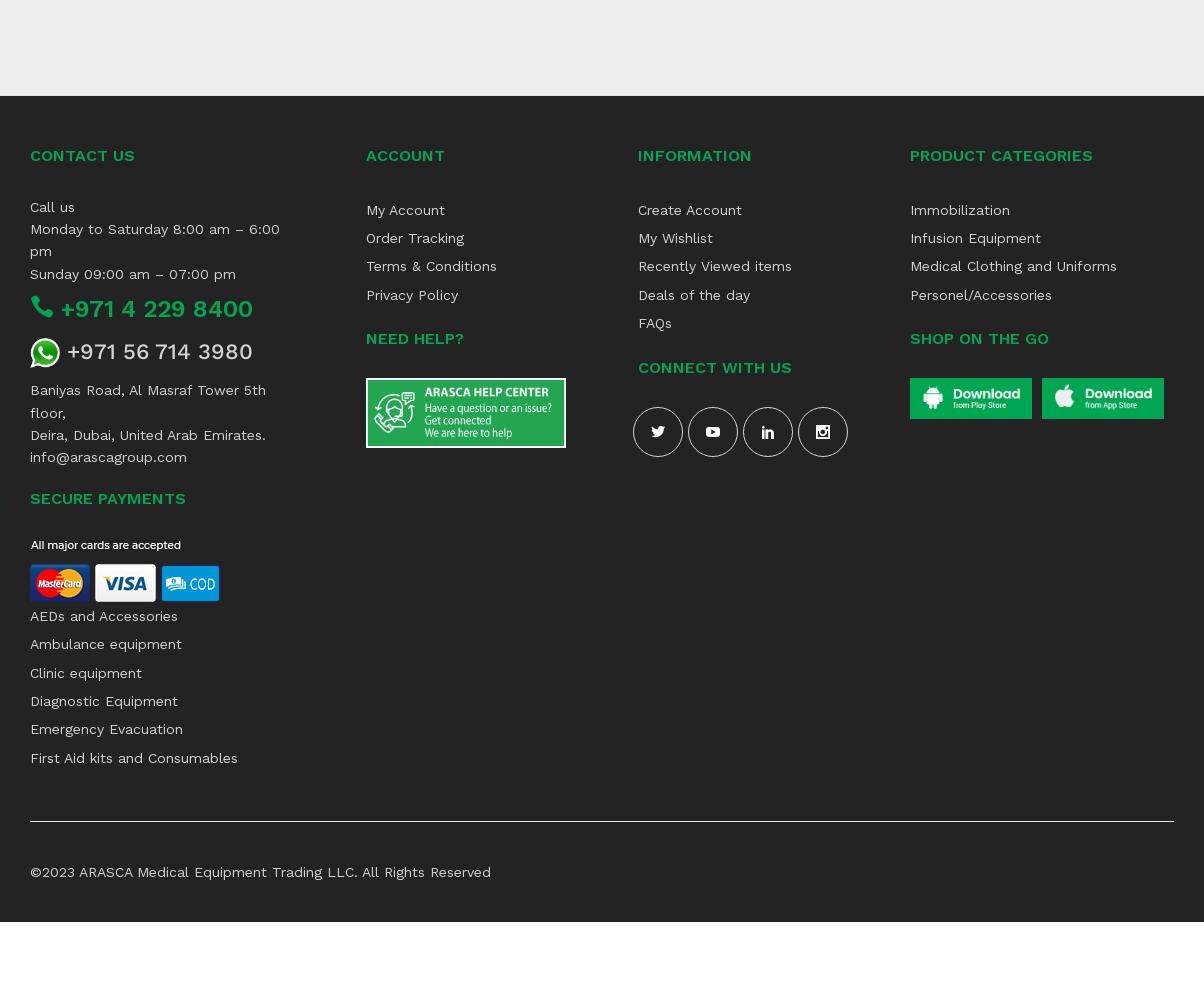  I want to click on 'Medical Clothing and Uniforms', so click(1013, 266).